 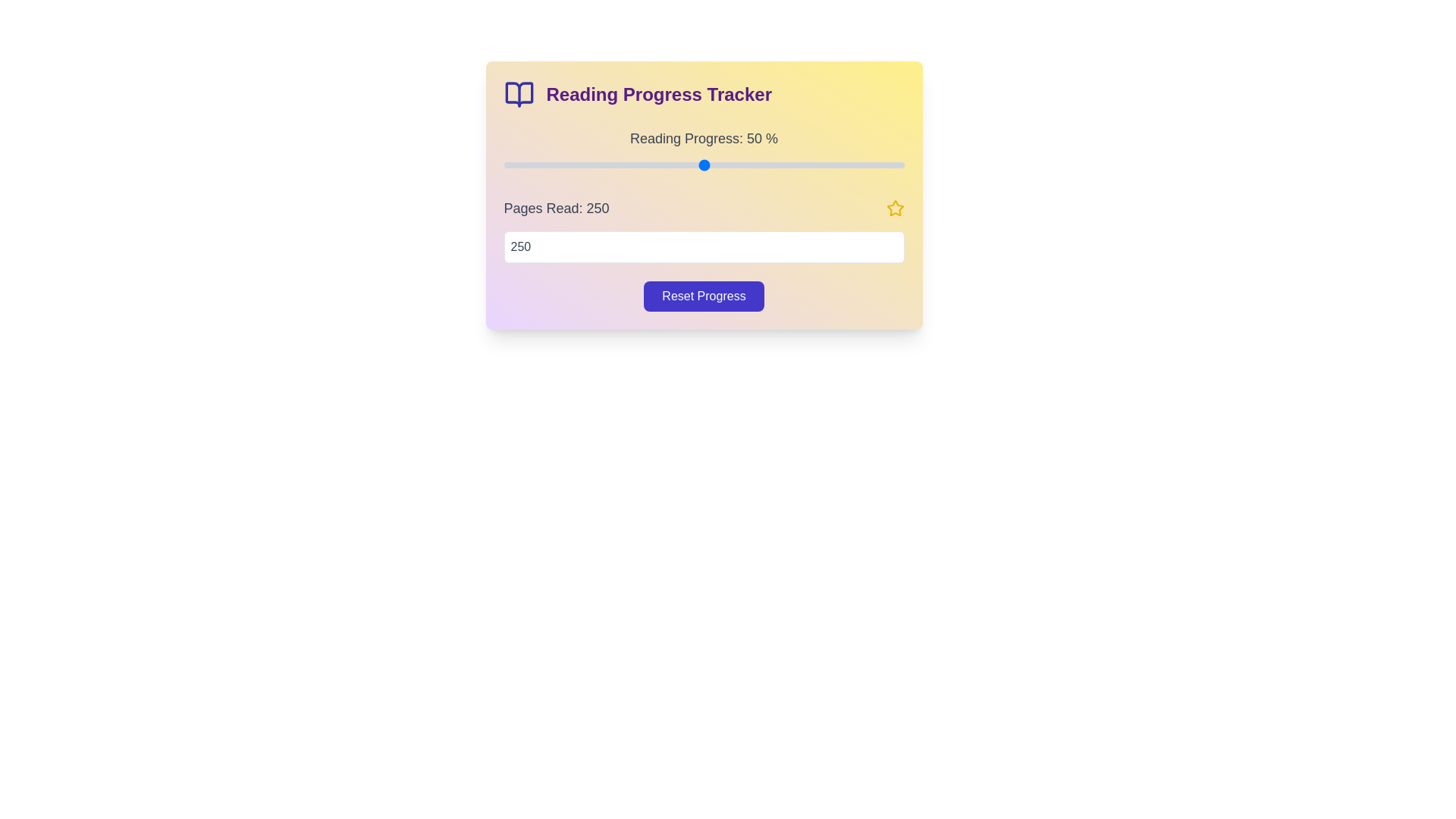 I want to click on the number of pages read to 141 using the input field, so click(x=703, y=246).